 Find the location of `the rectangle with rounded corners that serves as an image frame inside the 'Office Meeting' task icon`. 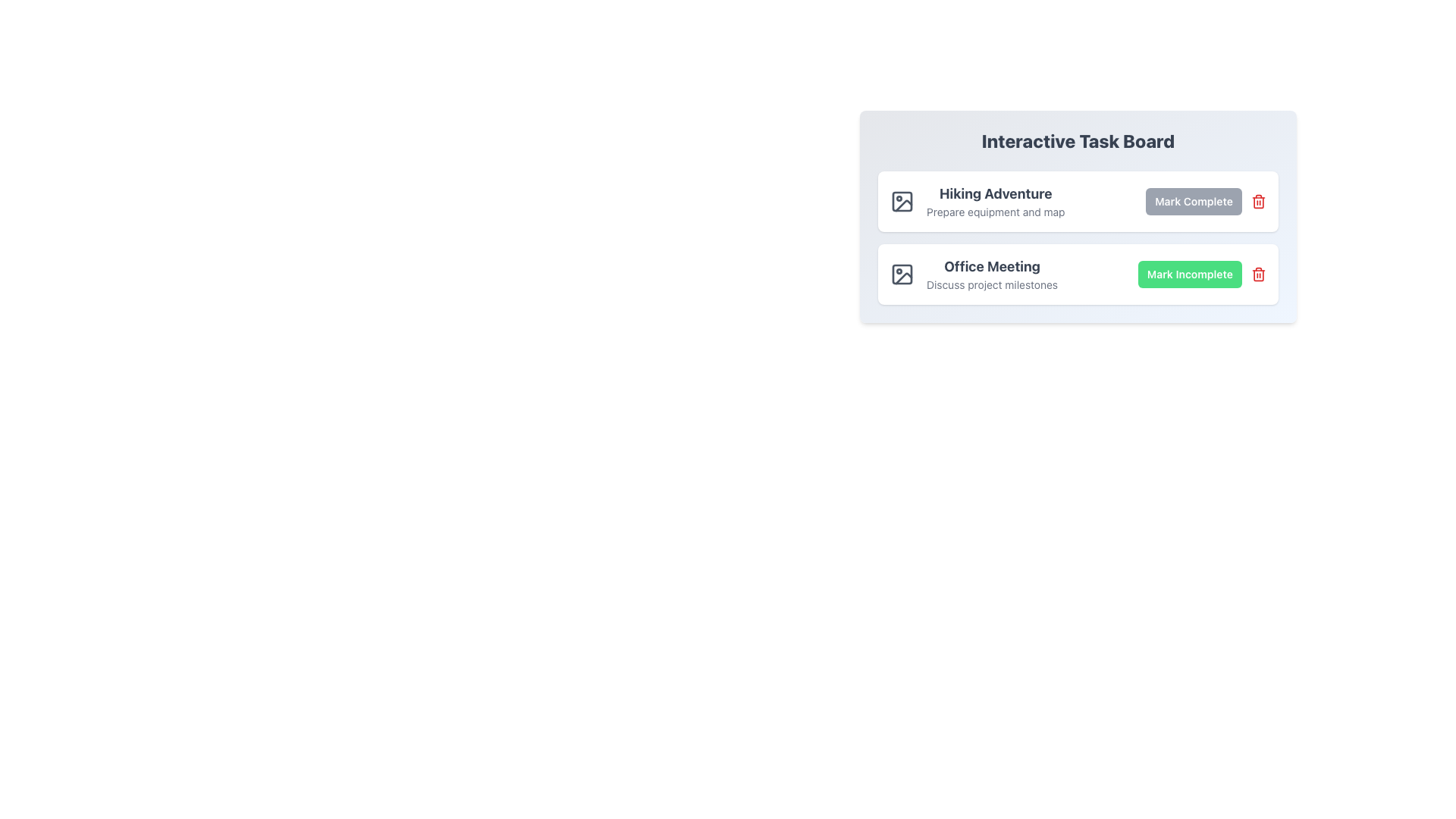

the rectangle with rounded corners that serves as an image frame inside the 'Office Meeting' task icon is located at coordinates (902, 275).